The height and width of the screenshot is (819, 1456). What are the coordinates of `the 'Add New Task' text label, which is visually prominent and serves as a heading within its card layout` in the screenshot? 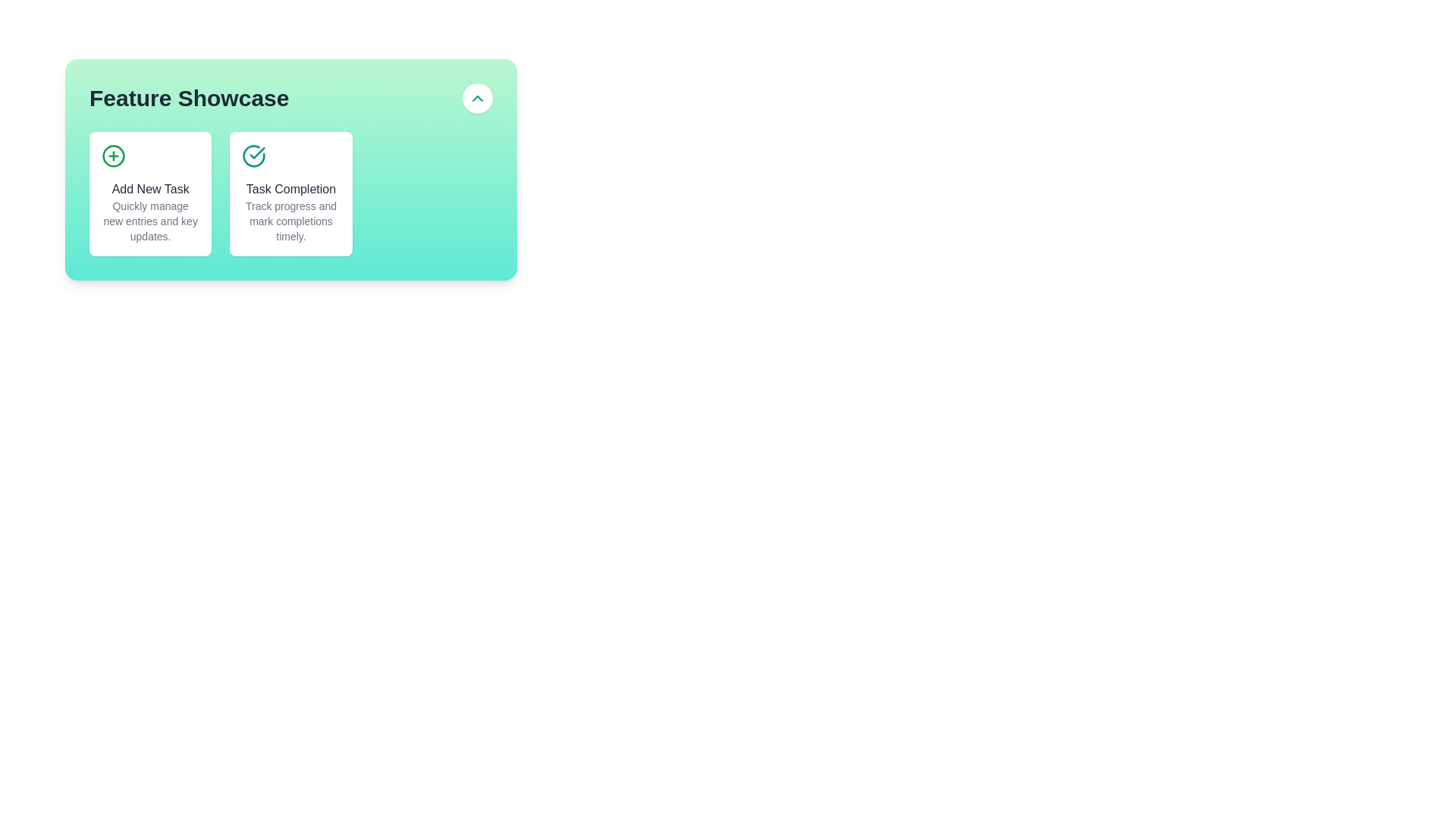 It's located at (150, 189).